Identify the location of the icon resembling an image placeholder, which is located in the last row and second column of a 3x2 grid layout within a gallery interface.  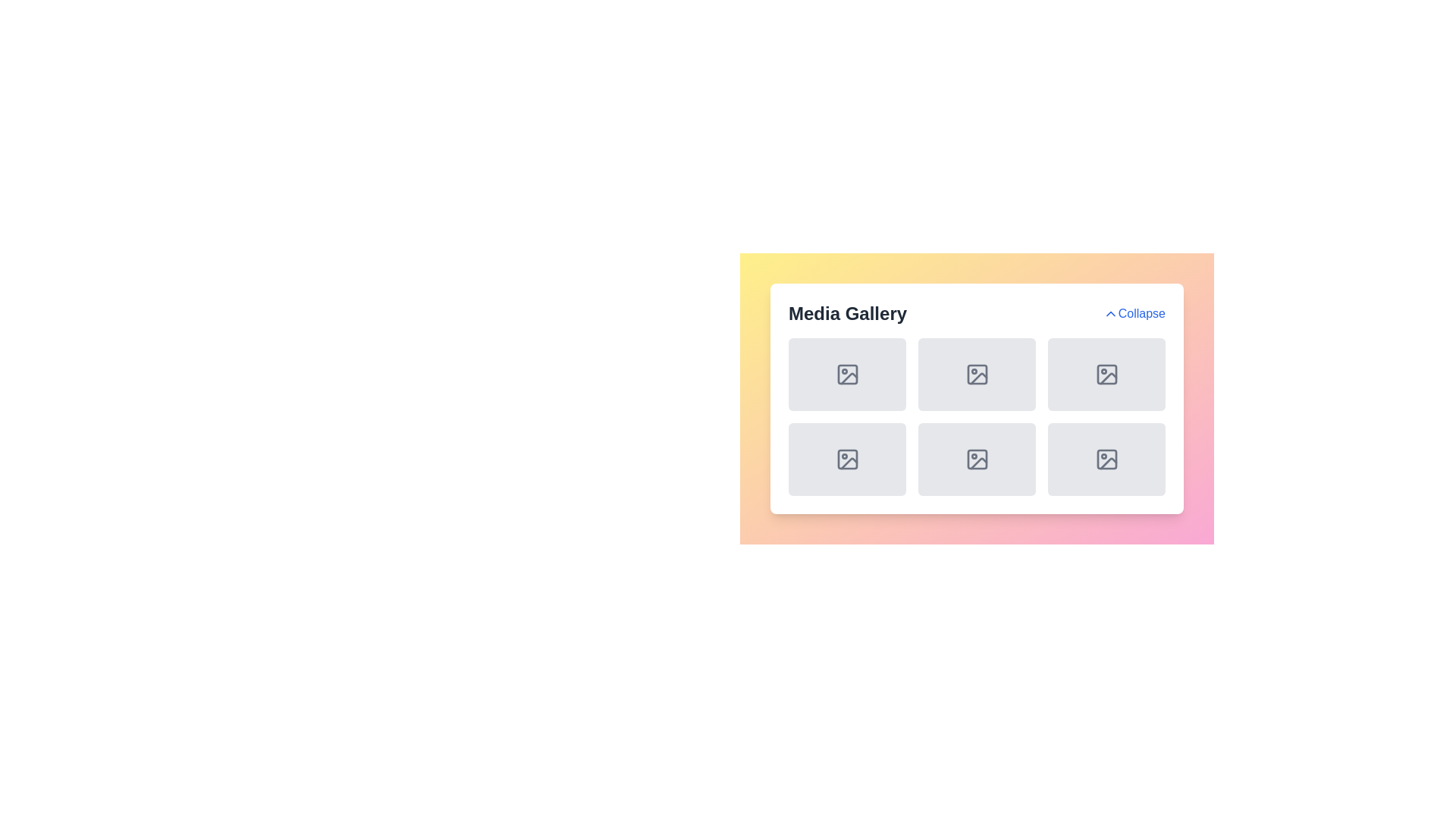
(977, 458).